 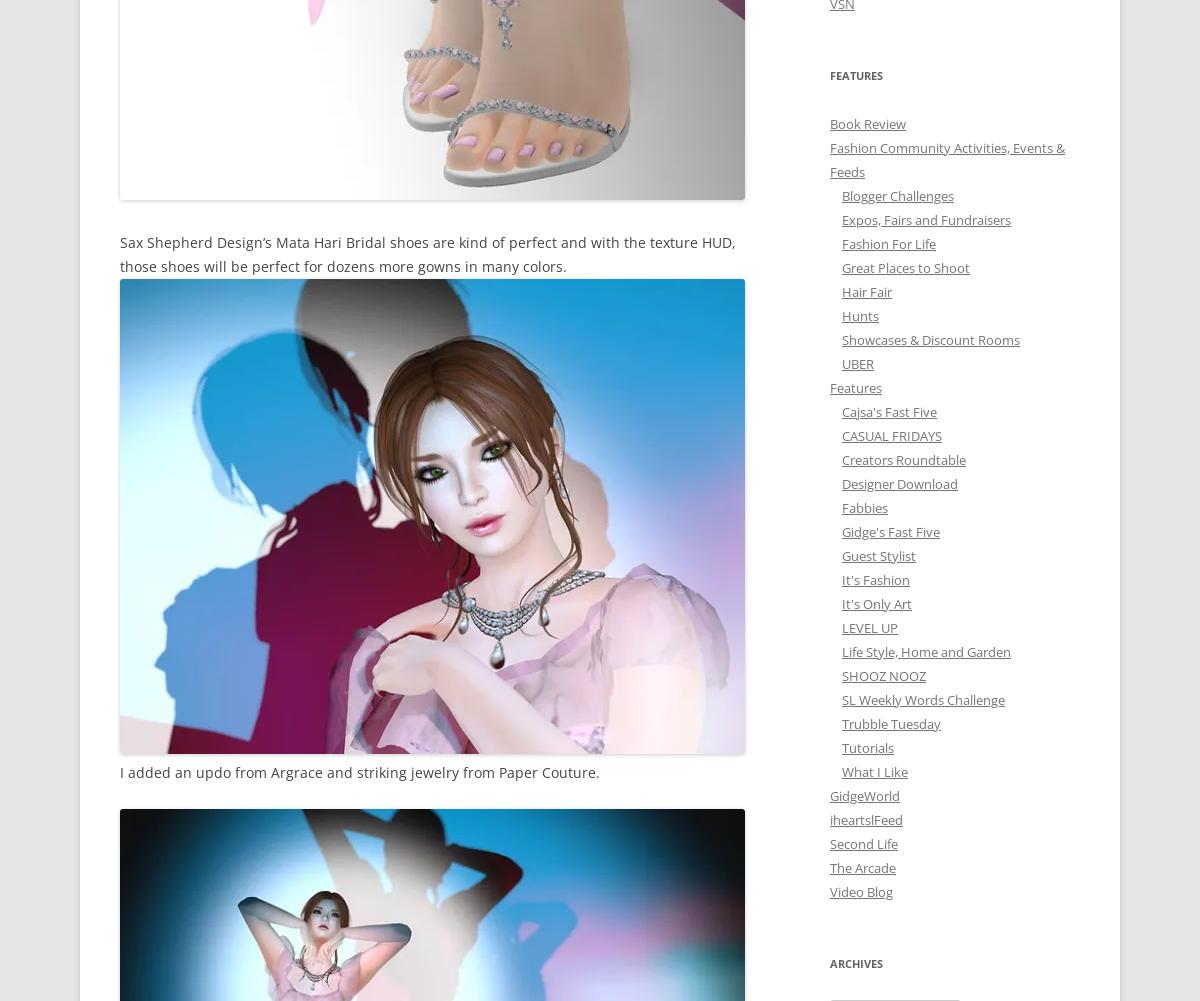 What do you see at coordinates (841, 290) in the screenshot?
I see `'Hair Fair'` at bounding box center [841, 290].